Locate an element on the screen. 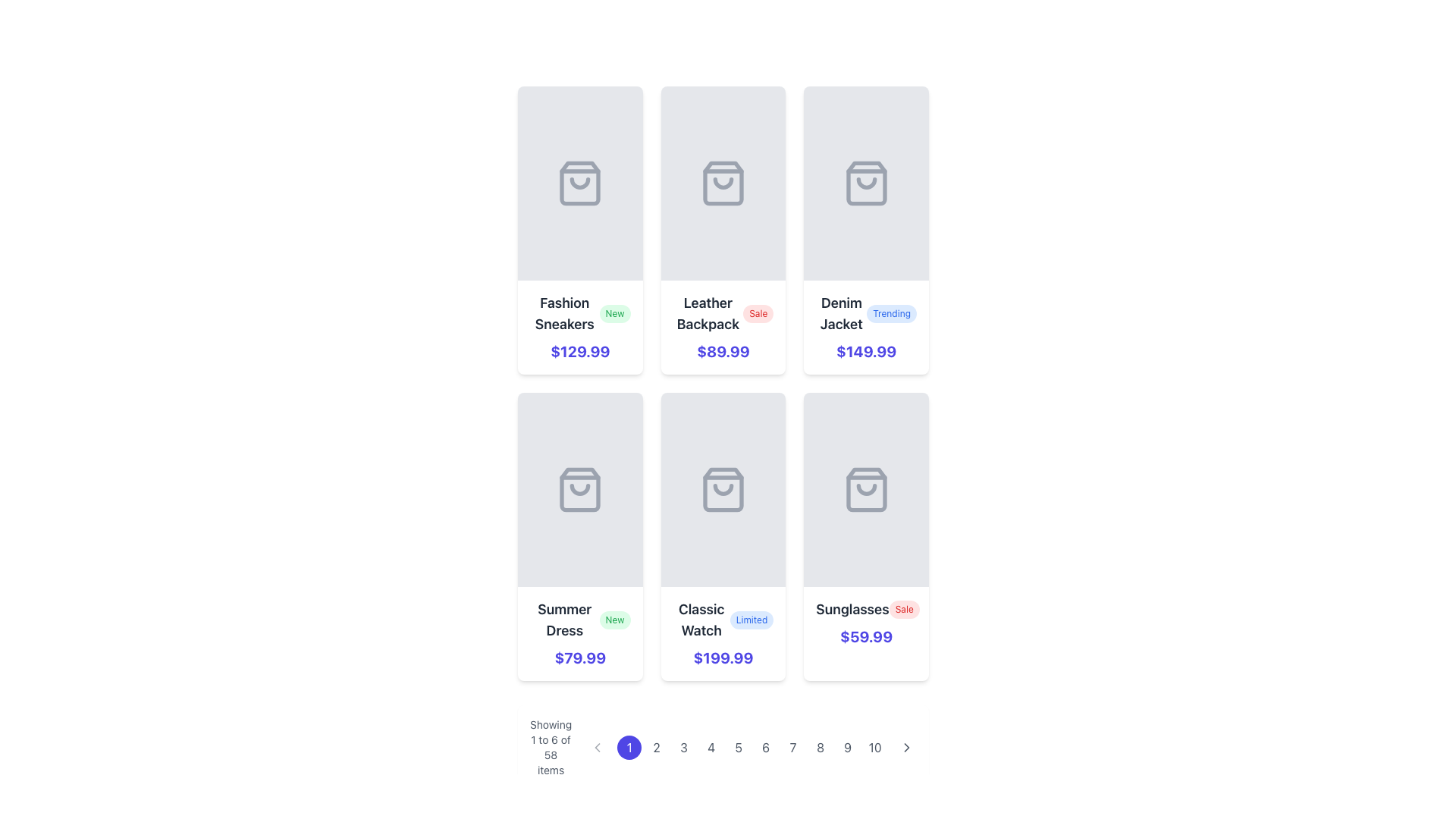  the shopping bag icon, which is gray and located in the center of the second column in the top row of a grid layout above the text 'Leather Backpack' is located at coordinates (723, 183).